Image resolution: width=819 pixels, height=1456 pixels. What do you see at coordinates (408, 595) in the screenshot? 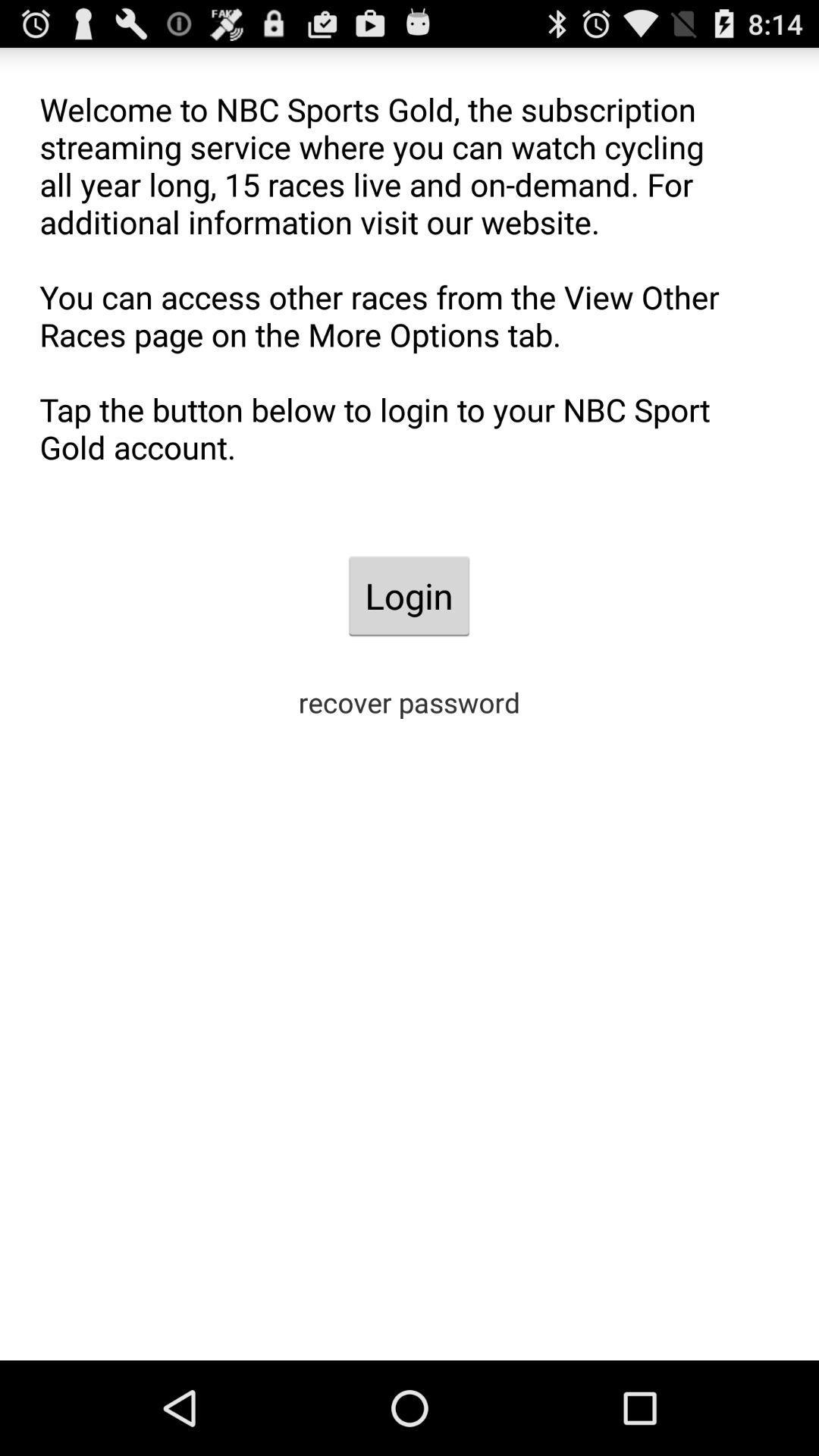
I see `the icon above the recover password icon` at bounding box center [408, 595].